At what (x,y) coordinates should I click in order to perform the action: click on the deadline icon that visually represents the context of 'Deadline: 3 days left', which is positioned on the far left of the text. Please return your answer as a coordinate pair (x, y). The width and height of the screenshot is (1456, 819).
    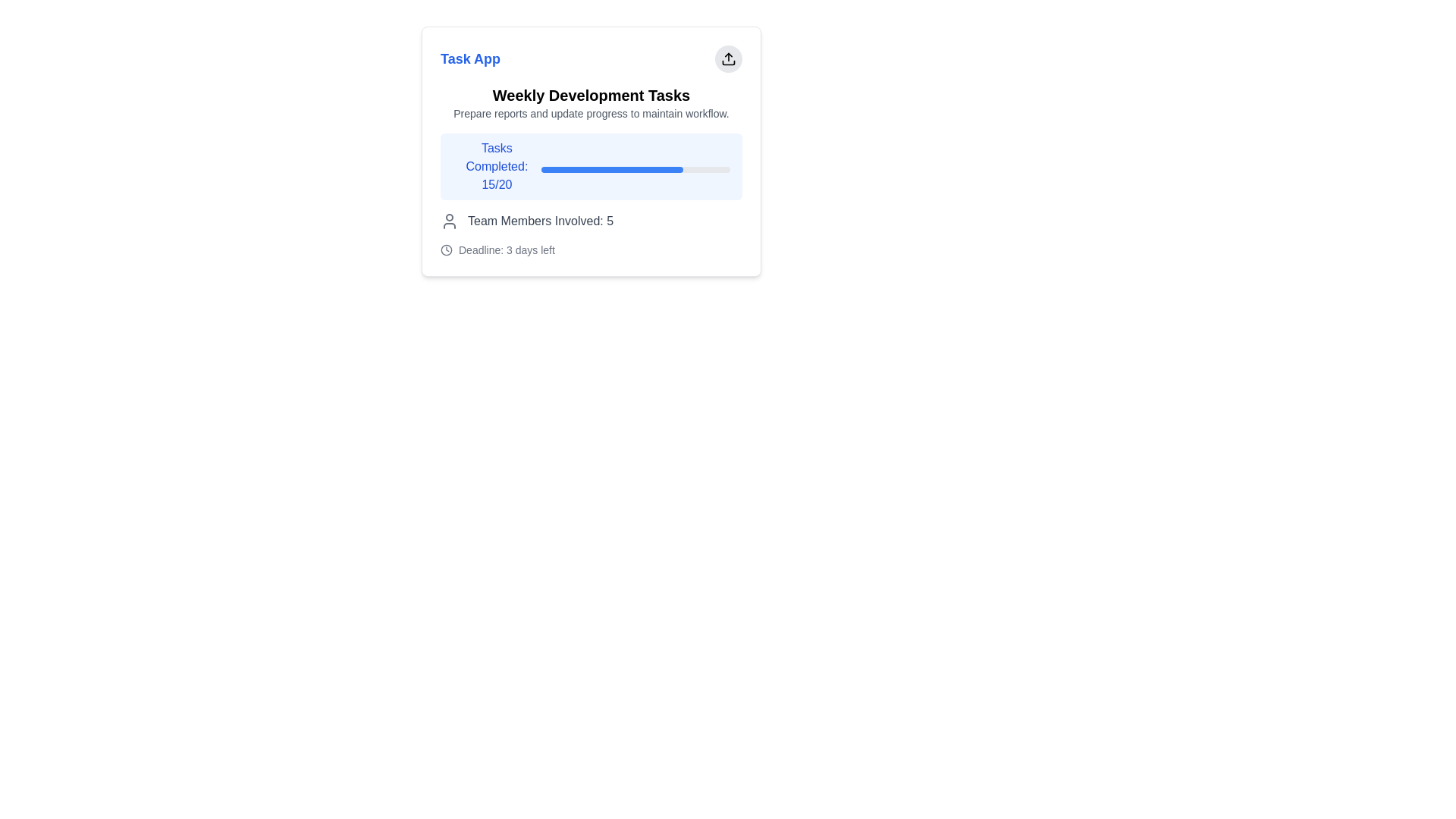
    Looking at the image, I should click on (446, 249).